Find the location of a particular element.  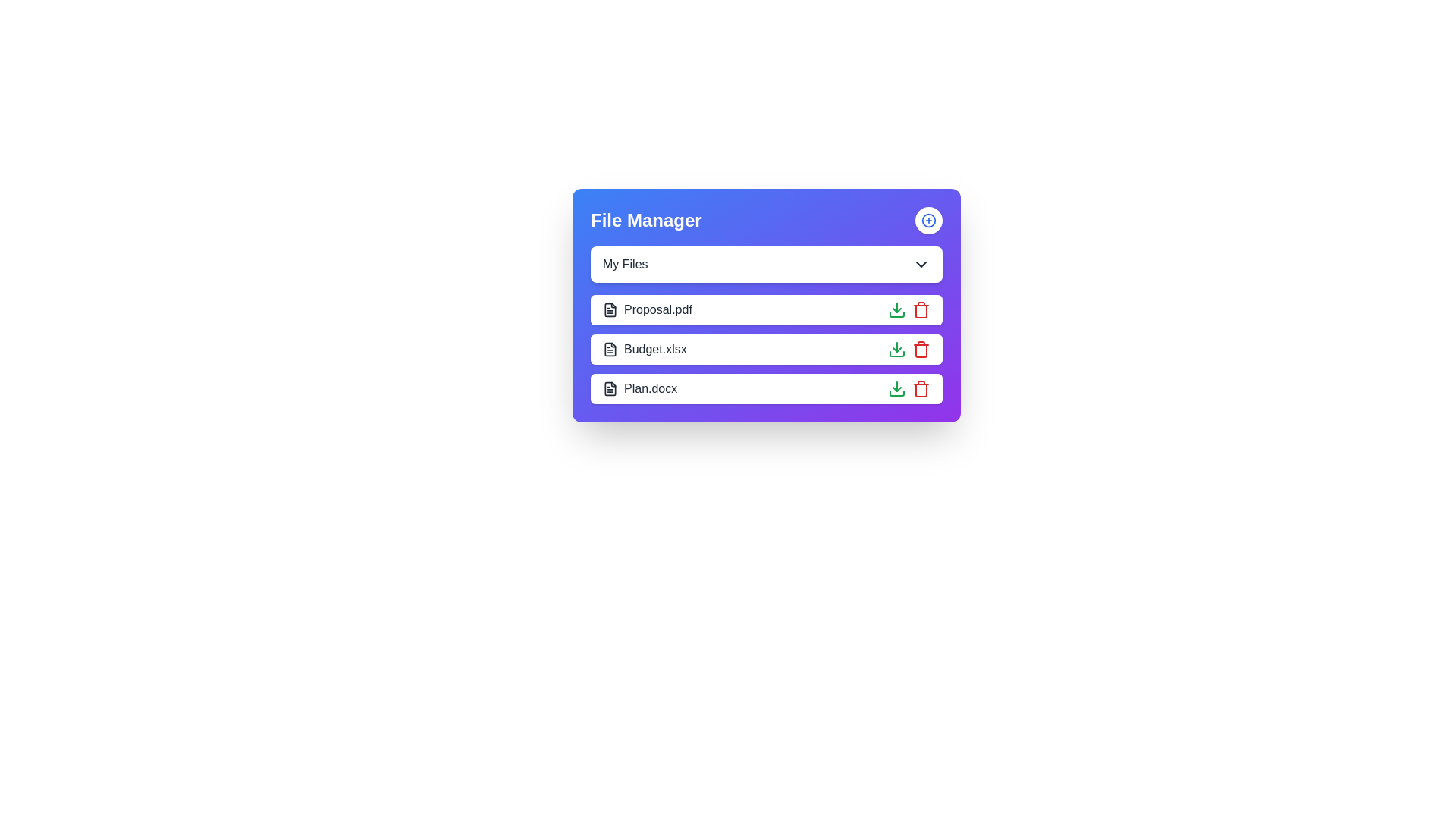

the first graphical icon representing the file 'Budget.xlsx' in the row, which enhances user recognition of the file format is located at coordinates (610, 350).